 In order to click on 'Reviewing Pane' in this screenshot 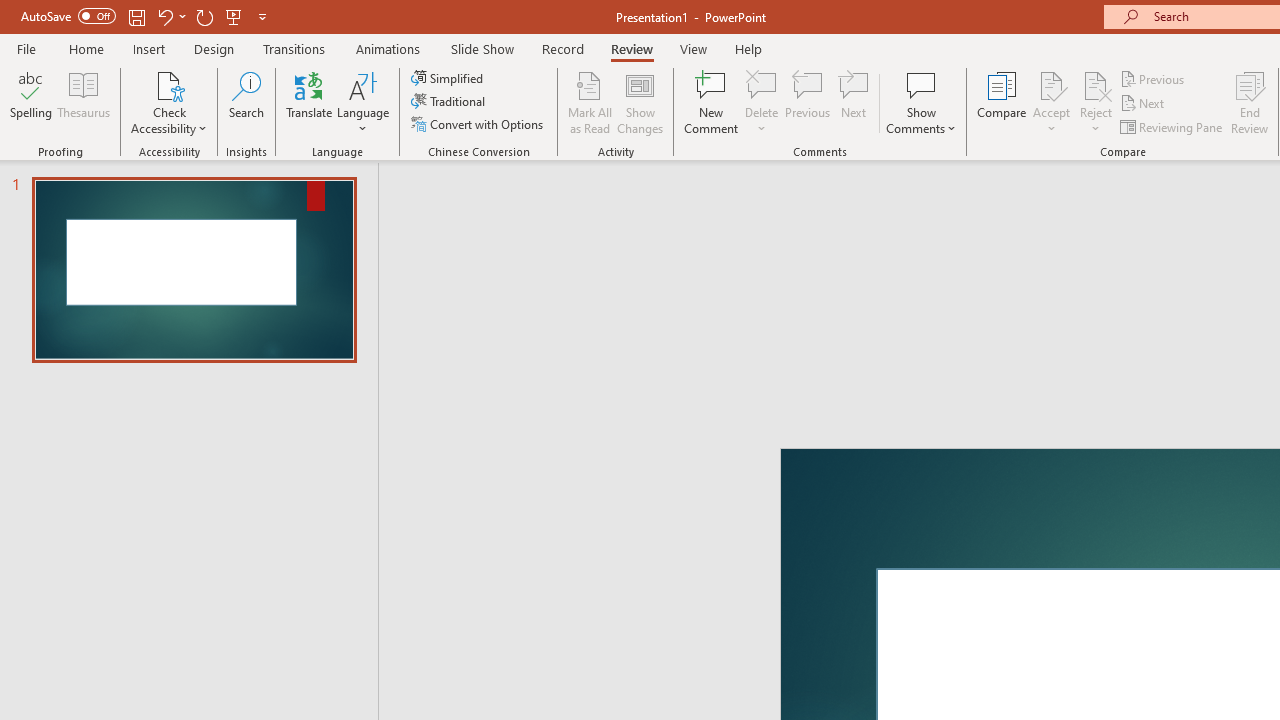, I will do `click(1173, 127)`.